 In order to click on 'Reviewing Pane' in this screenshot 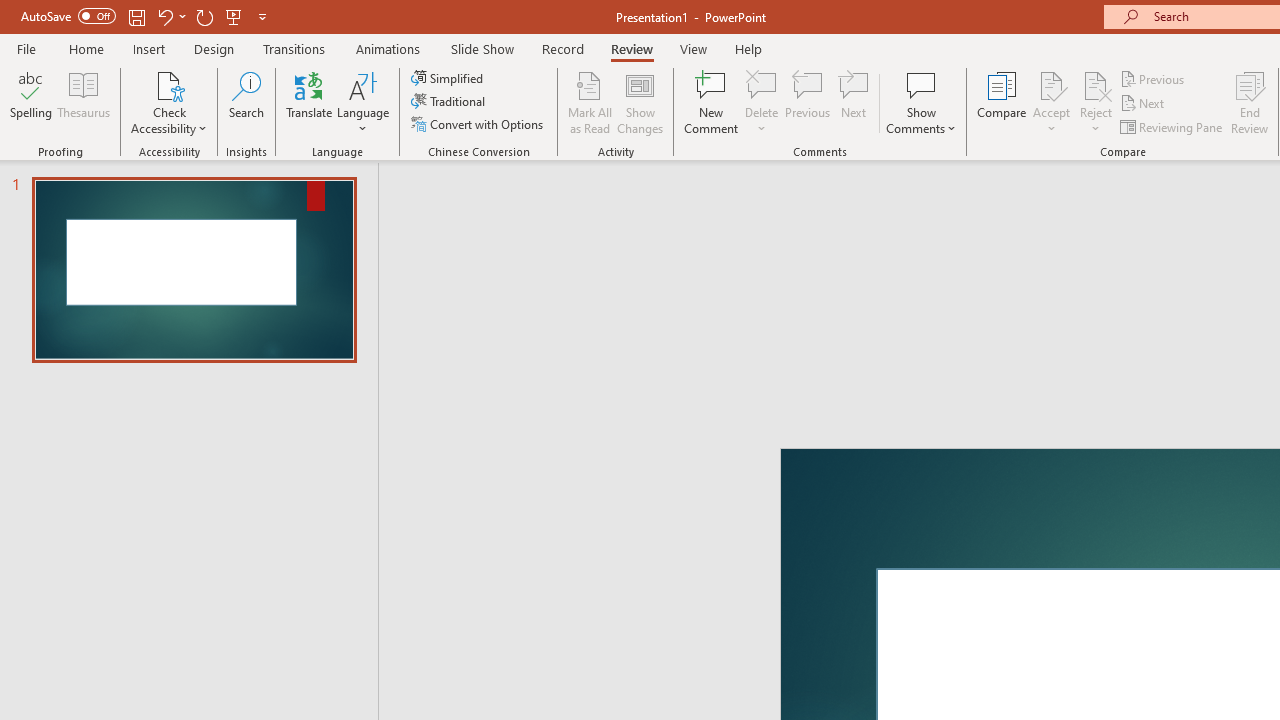, I will do `click(1173, 127)`.